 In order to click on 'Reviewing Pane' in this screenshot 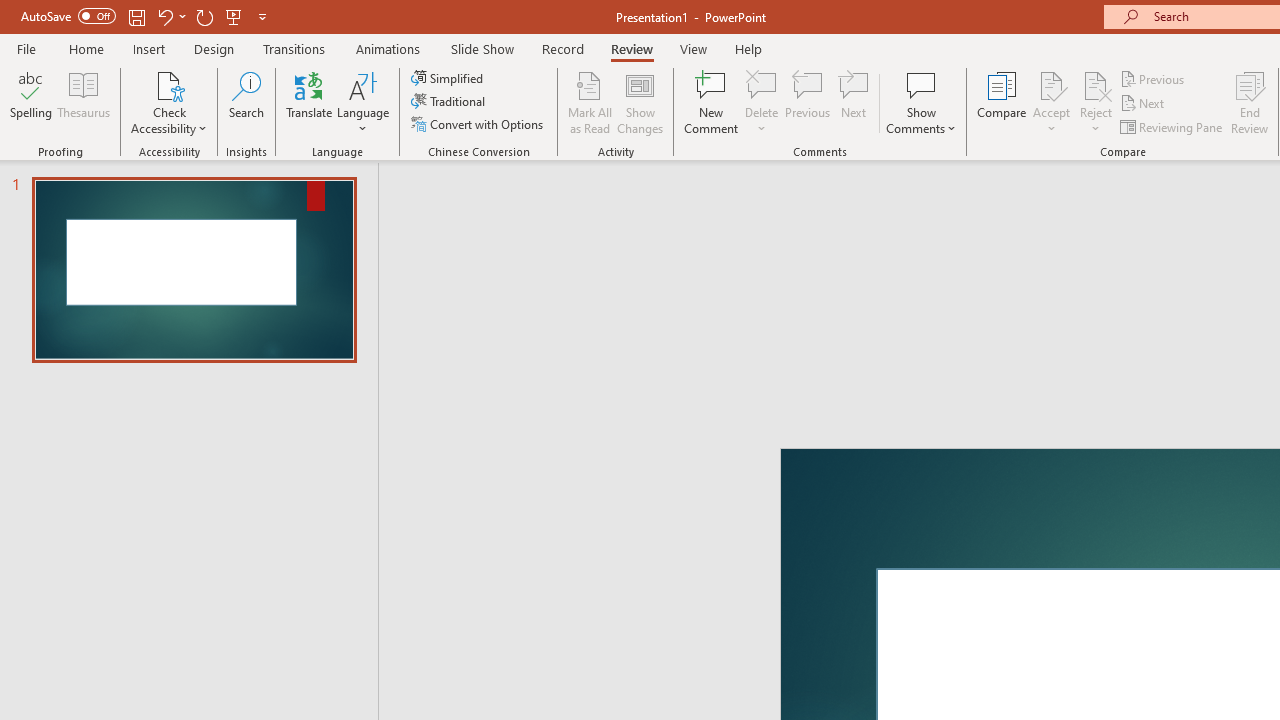, I will do `click(1173, 127)`.